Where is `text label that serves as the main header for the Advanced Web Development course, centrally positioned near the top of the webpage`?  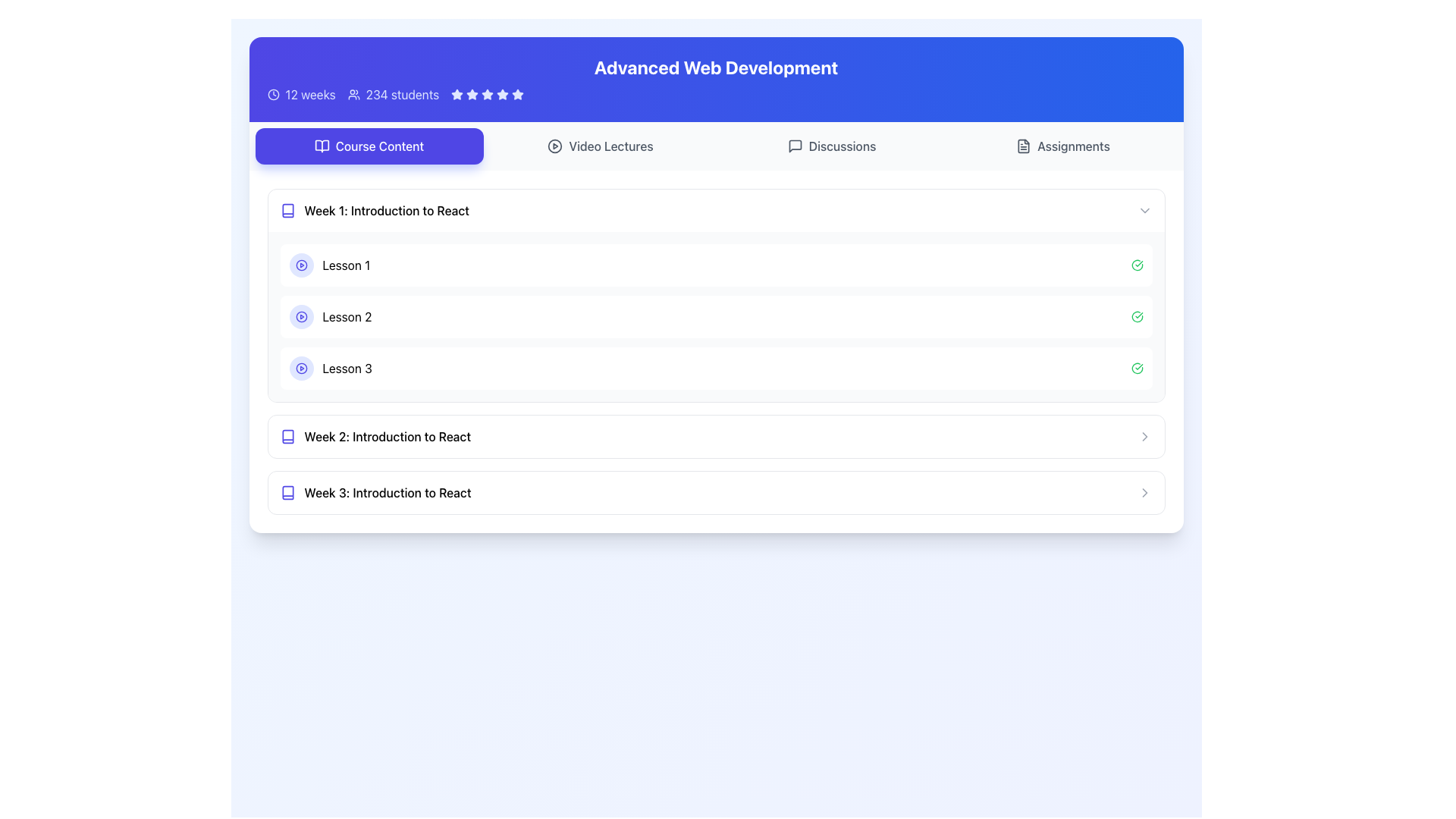 text label that serves as the main header for the Advanced Web Development course, centrally positioned near the top of the webpage is located at coordinates (715, 66).